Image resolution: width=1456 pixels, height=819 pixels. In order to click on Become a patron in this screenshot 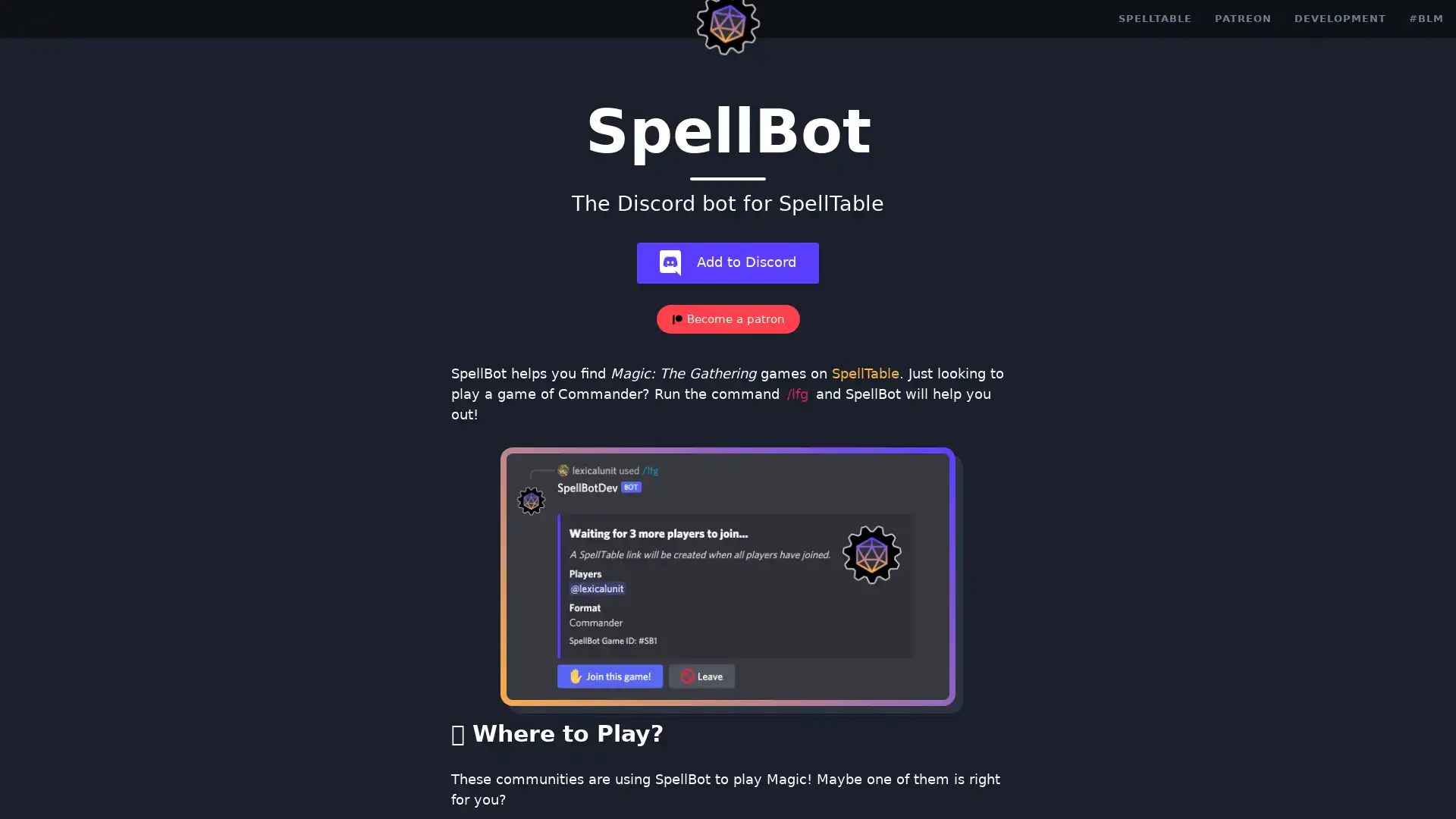, I will do `click(726, 318)`.